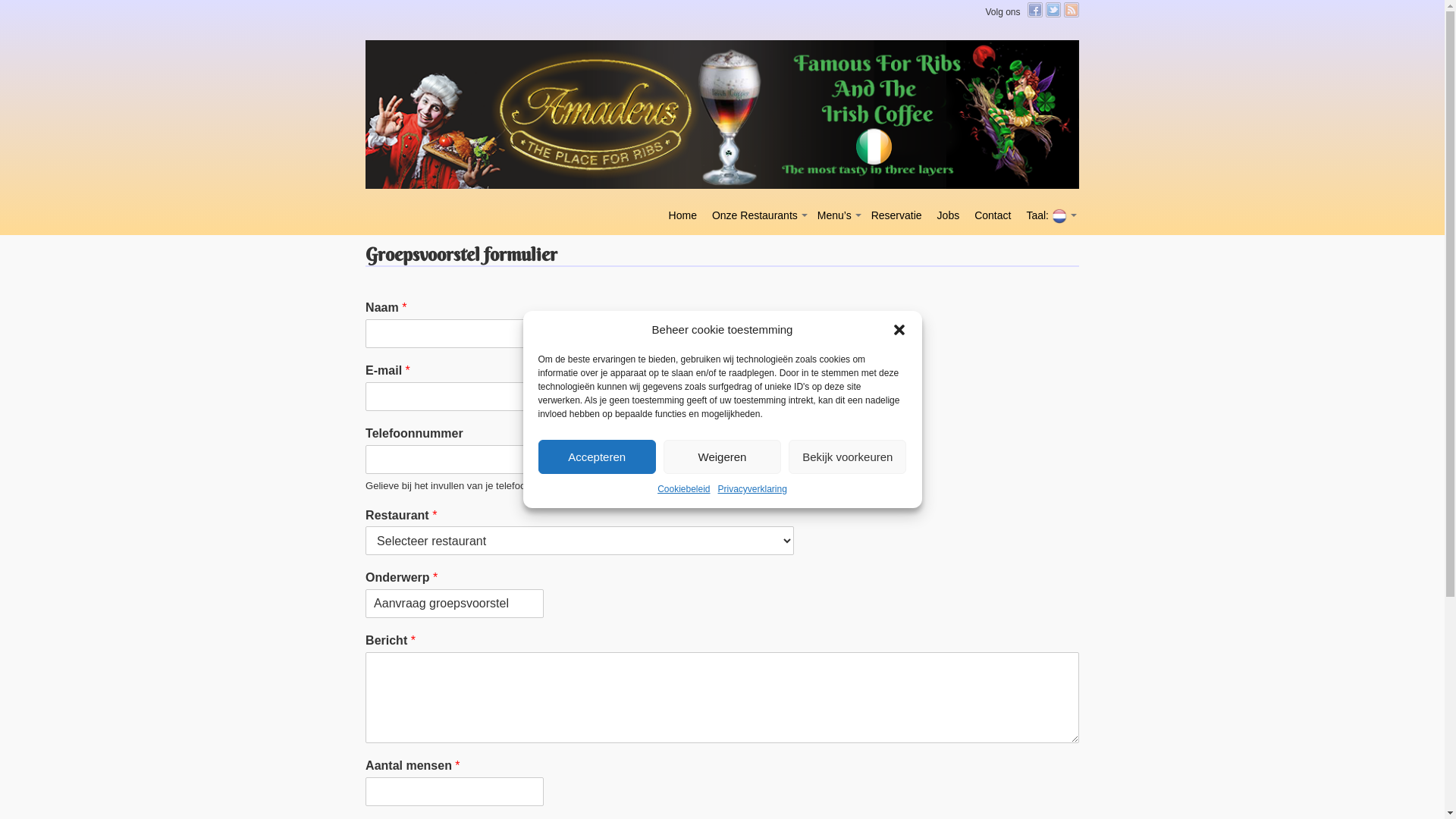  Describe the element at coordinates (704, 215) in the screenshot. I see `'Onze Restaurants'` at that location.